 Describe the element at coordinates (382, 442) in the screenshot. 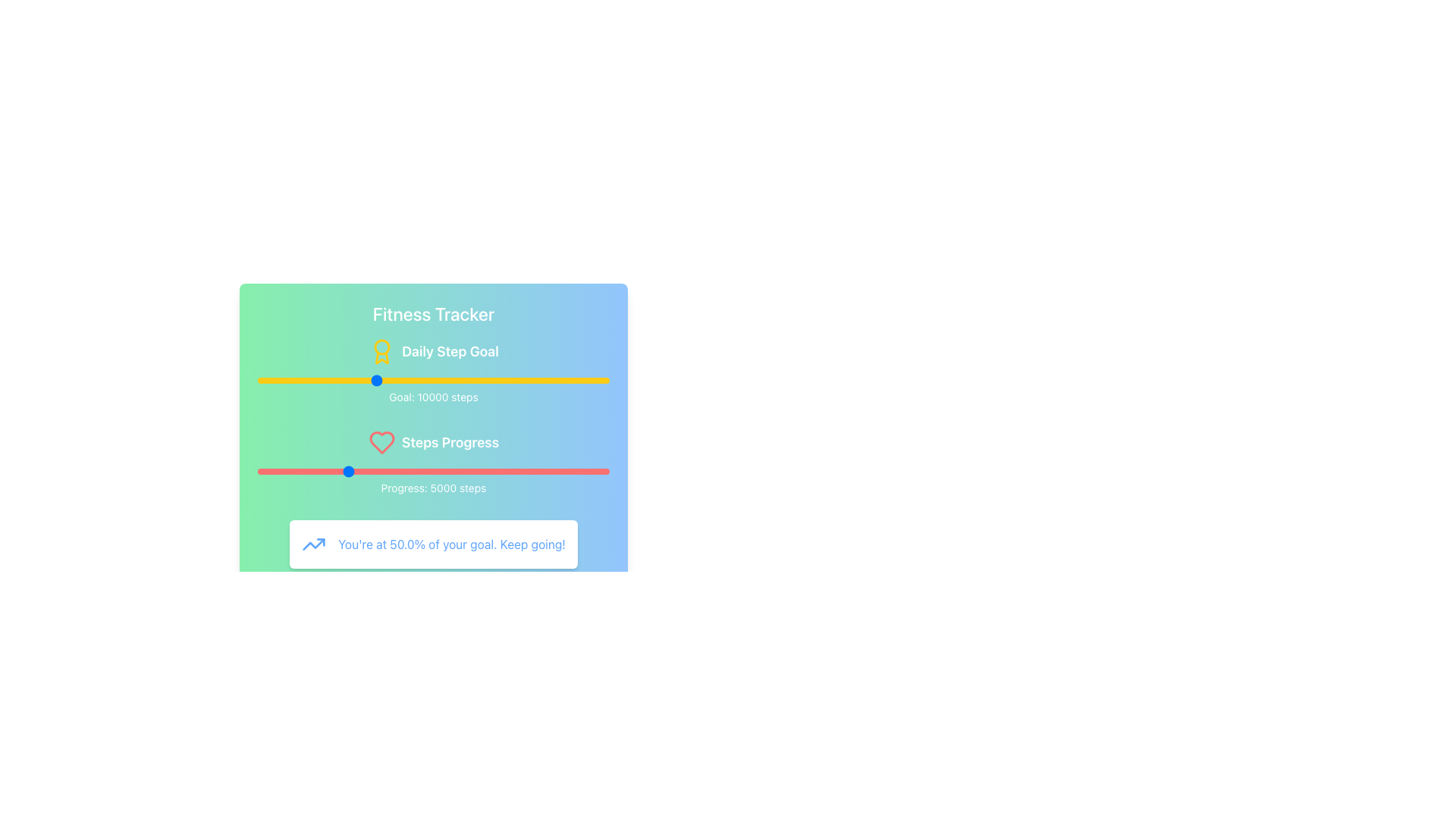

I see `the red outlined heart icon located in the 'Steps Progress' section, which is aligned with the red progress bar below the 'Steps Progress' text label` at that location.